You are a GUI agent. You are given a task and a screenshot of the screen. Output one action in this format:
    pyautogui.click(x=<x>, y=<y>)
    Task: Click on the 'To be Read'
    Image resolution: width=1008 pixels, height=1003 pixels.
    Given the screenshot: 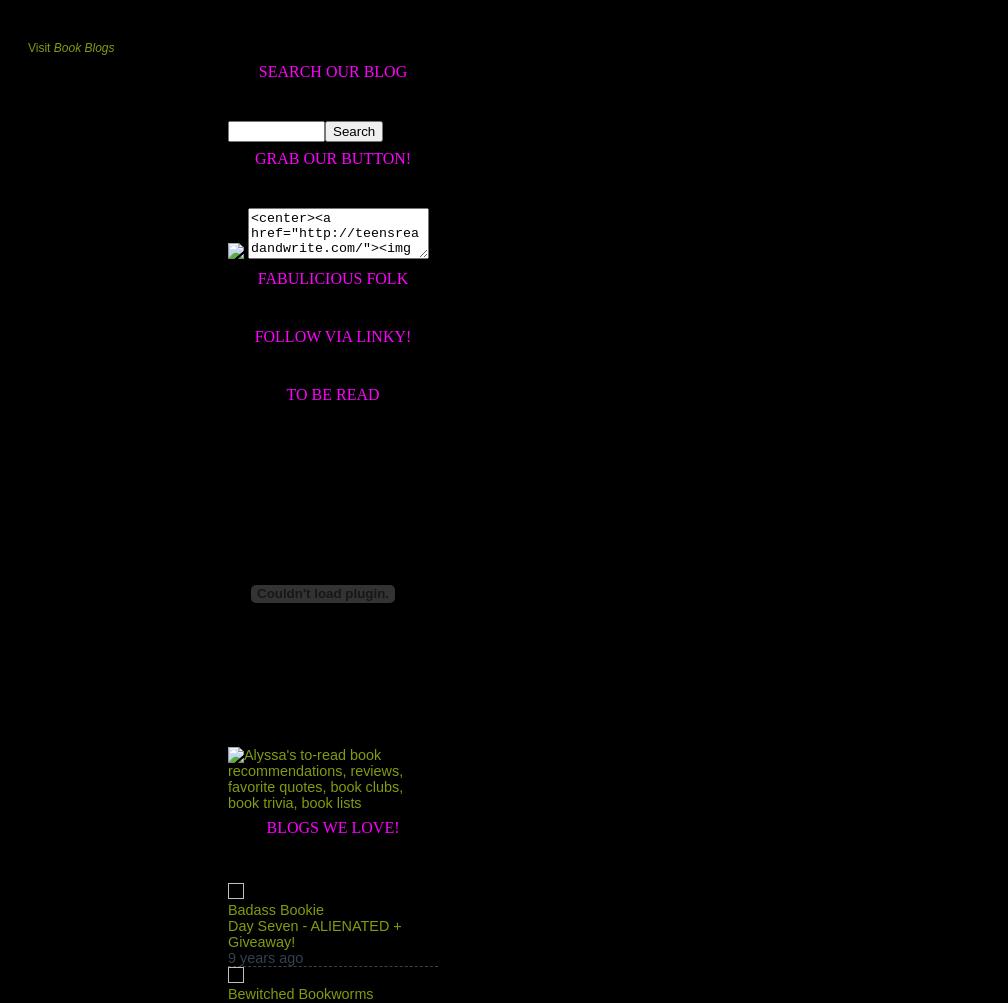 What is the action you would take?
    pyautogui.click(x=285, y=392)
    